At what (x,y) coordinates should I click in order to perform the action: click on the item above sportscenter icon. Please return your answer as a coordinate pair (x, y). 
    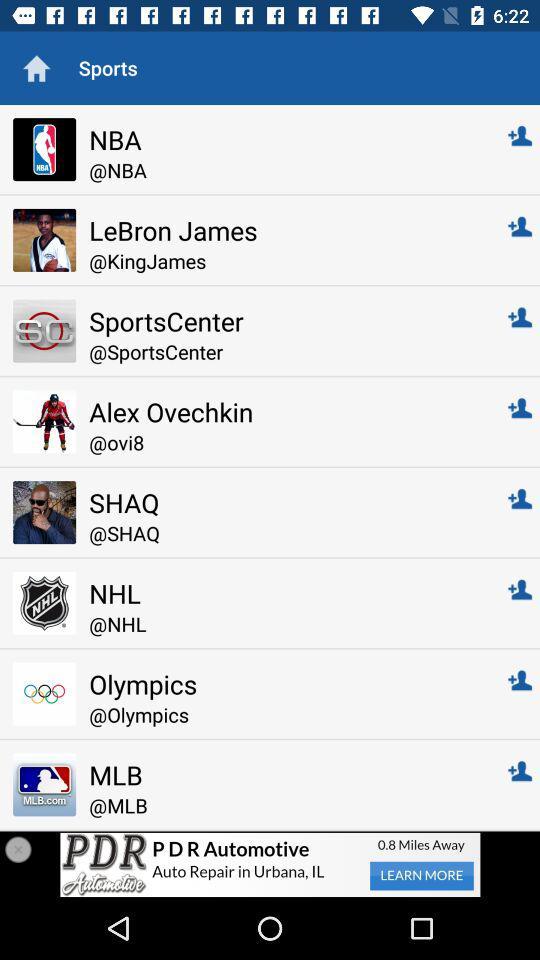
    Looking at the image, I should click on (284, 260).